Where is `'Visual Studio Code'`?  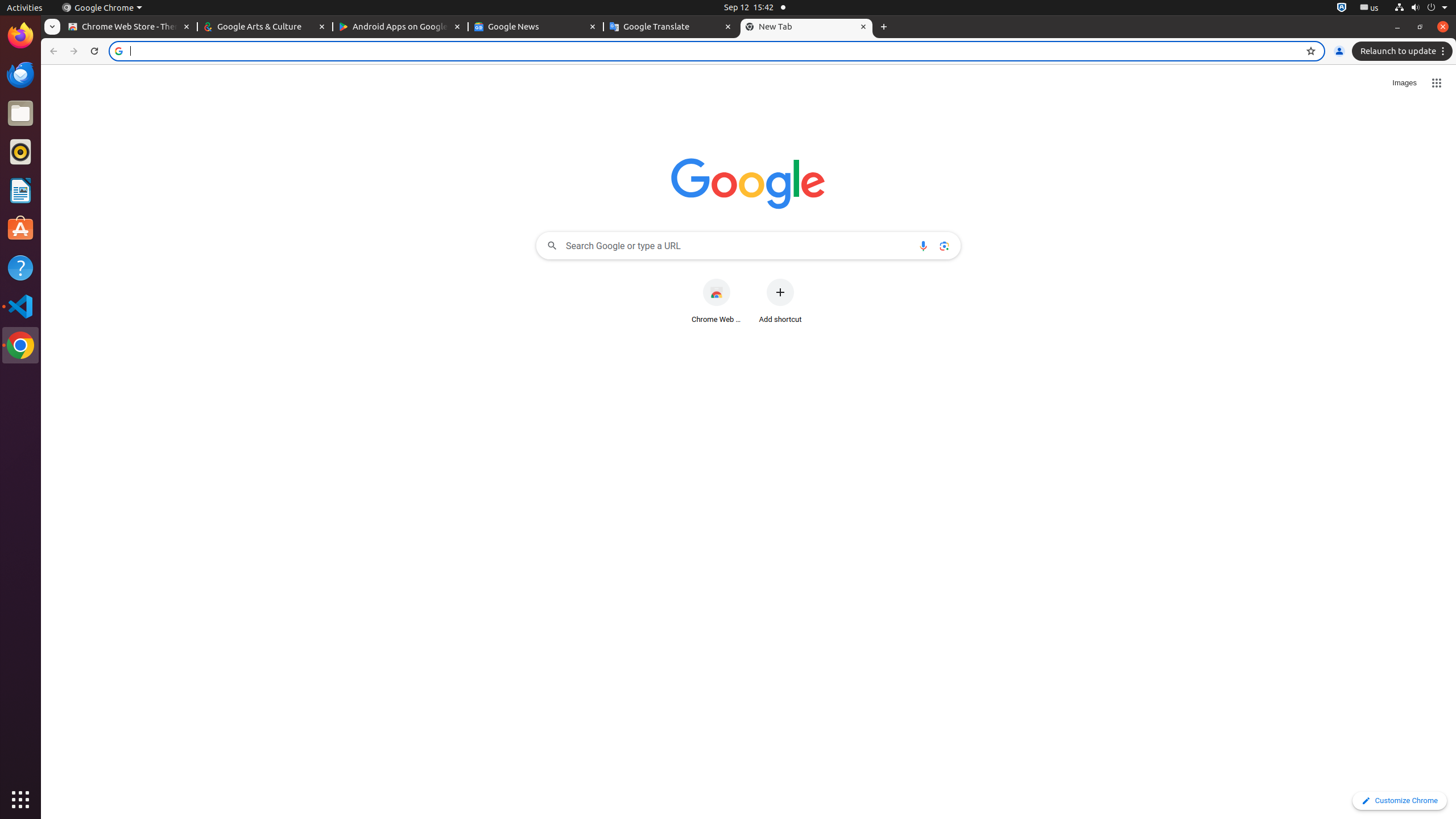 'Visual Studio Code' is located at coordinates (20, 305).